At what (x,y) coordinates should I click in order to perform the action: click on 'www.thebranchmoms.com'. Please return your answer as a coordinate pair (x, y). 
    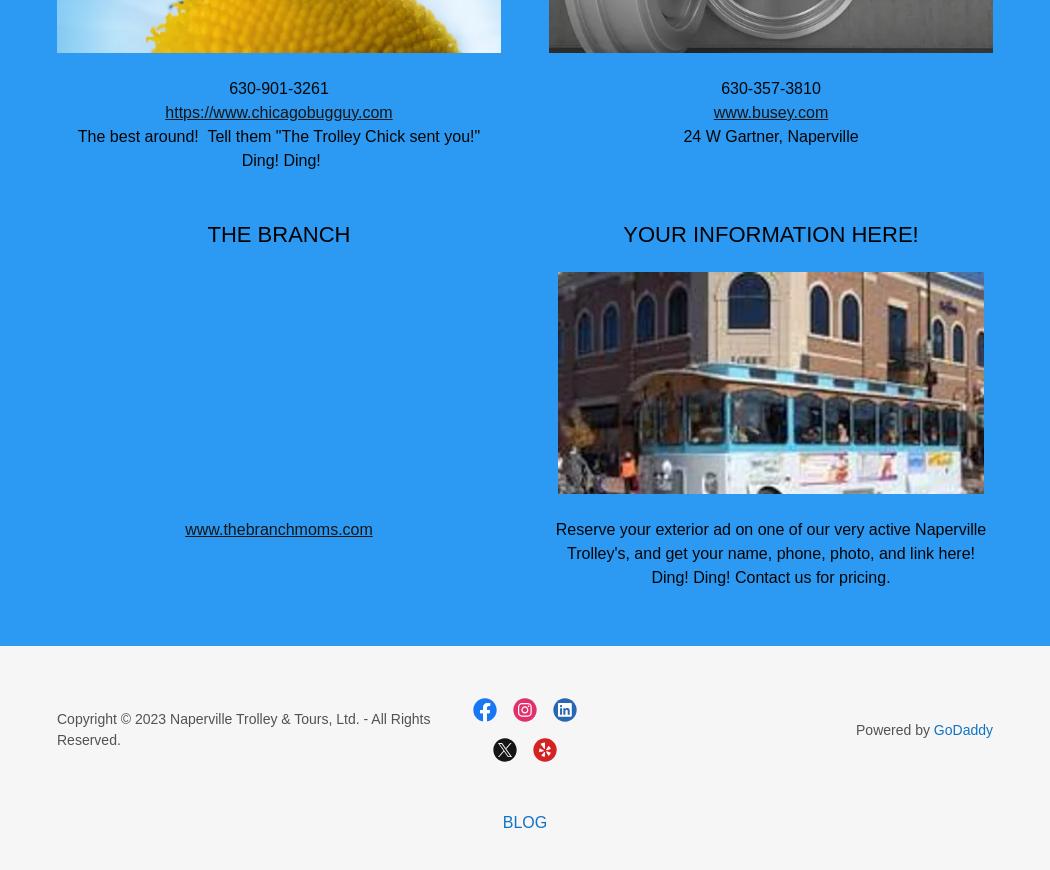
    Looking at the image, I should click on (277, 528).